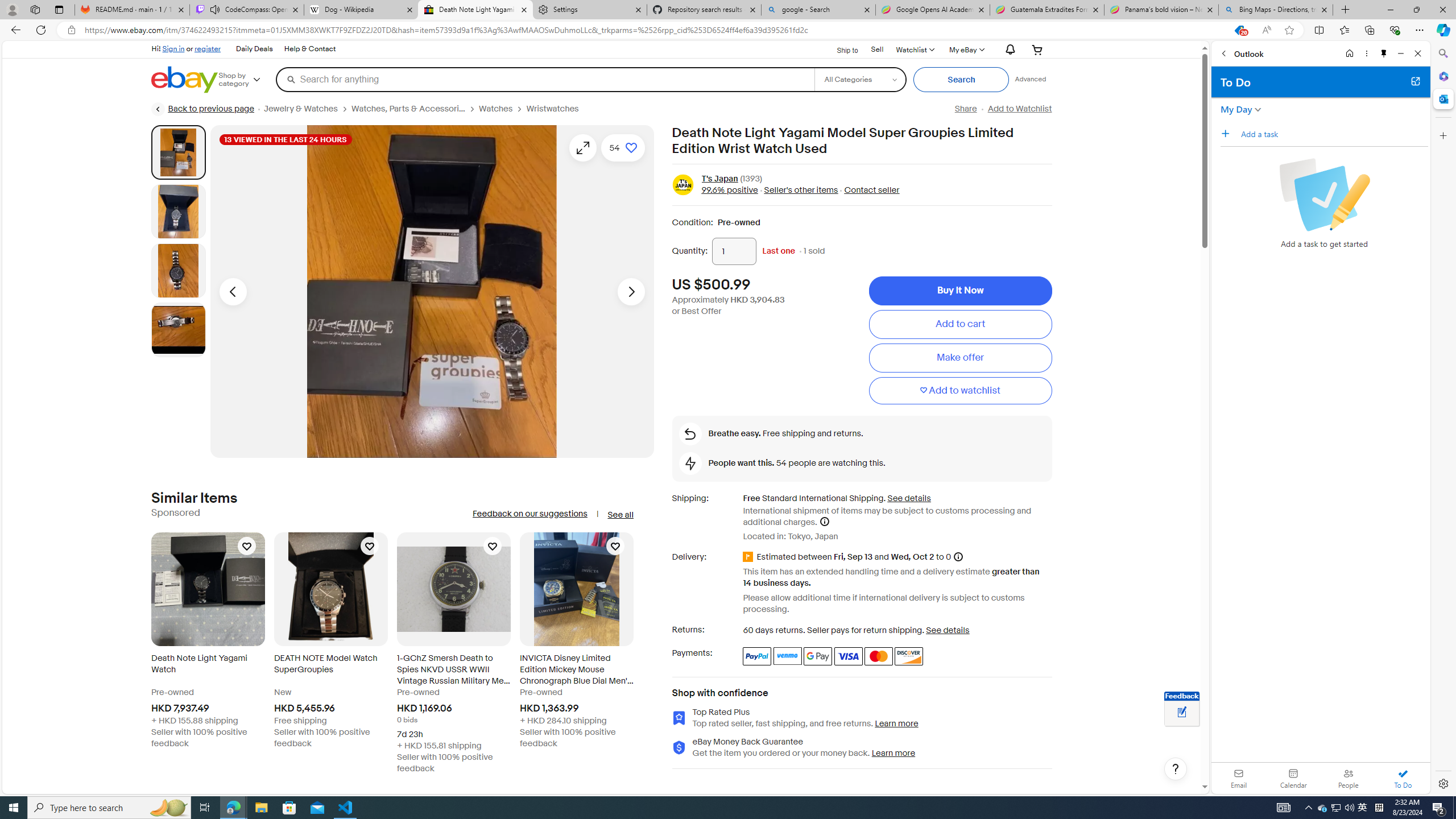 This screenshot has width=1456, height=819. What do you see at coordinates (959, 357) in the screenshot?
I see `'Make offer'` at bounding box center [959, 357].